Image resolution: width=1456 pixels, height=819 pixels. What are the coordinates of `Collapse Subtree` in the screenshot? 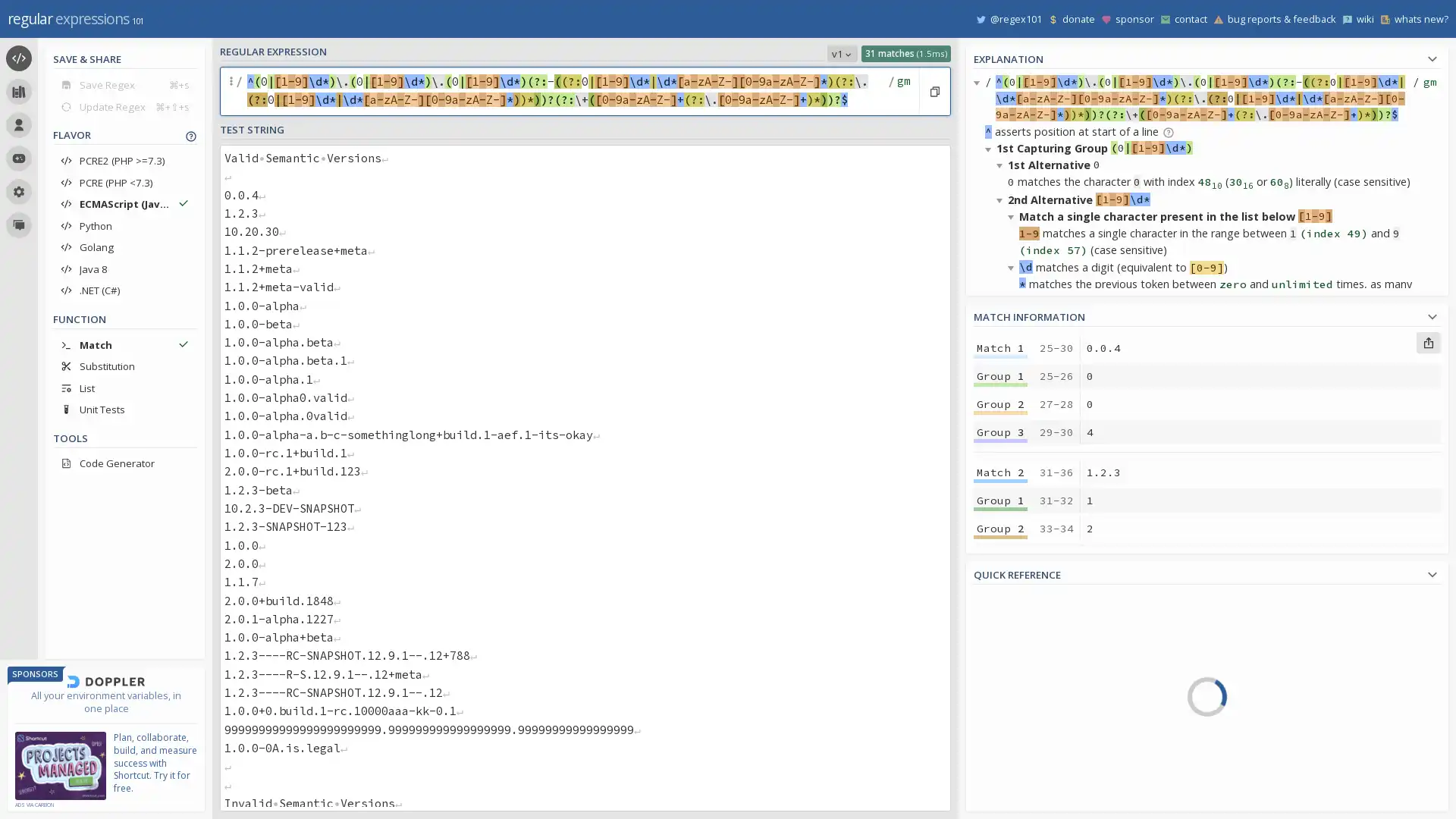 It's located at (1002, 388).